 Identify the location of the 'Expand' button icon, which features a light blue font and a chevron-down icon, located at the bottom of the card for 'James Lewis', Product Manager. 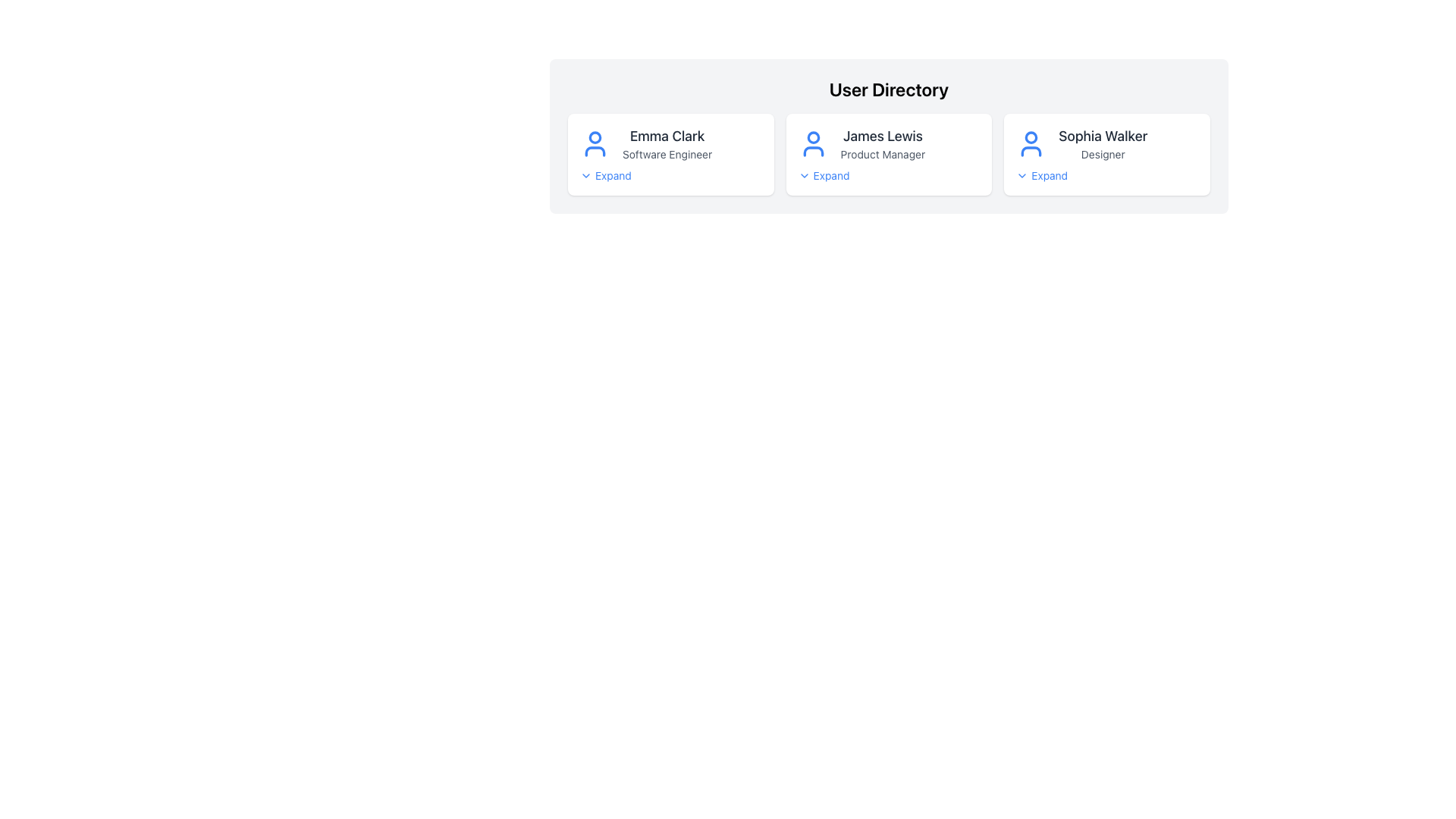
(823, 174).